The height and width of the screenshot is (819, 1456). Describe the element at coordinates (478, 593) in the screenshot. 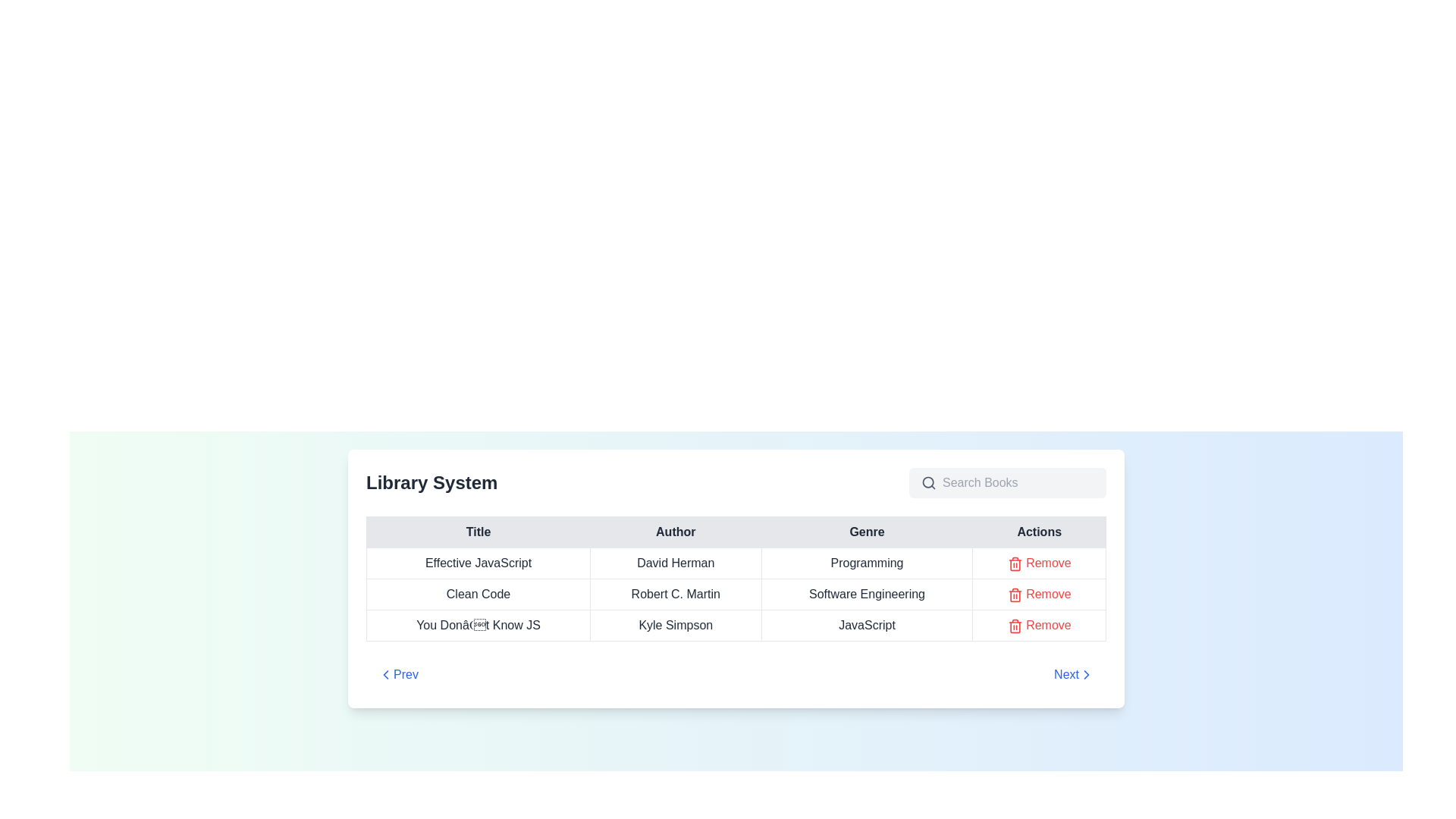

I see `text label indicating the book title 'Clean Code', which is positioned in the second row of the table under the 'Title' column` at that location.